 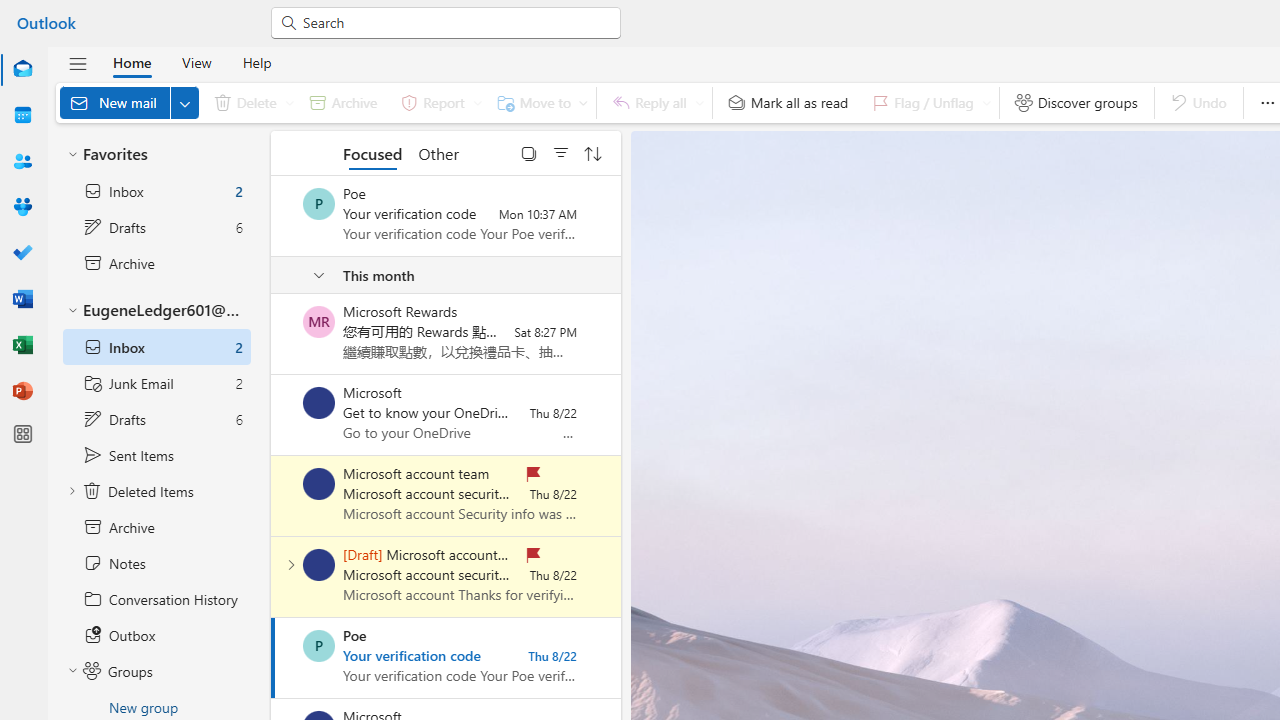 I want to click on 'Expand to see delete options', so click(x=288, y=102).